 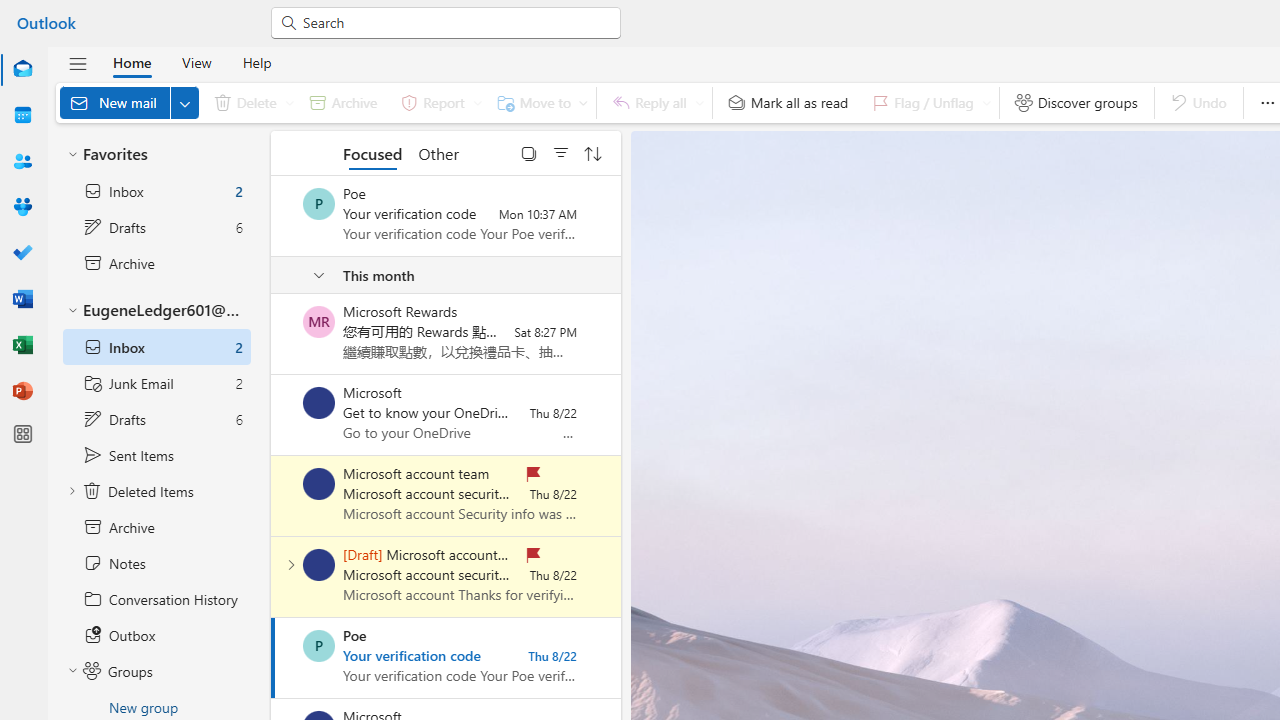 I want to click on 'Expand to see delete options', so click(x=288, y=102).